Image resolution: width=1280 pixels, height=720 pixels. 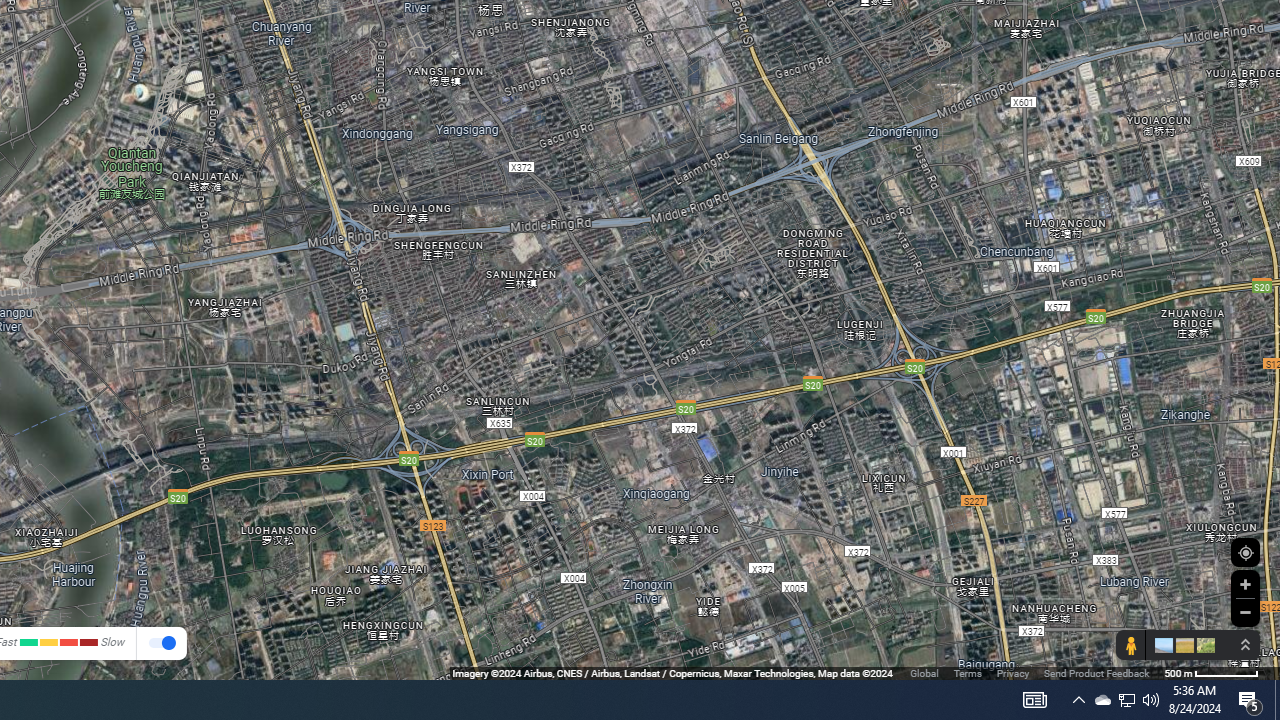 I want to click on 'Zoom out', so click(x=1244, y=611).